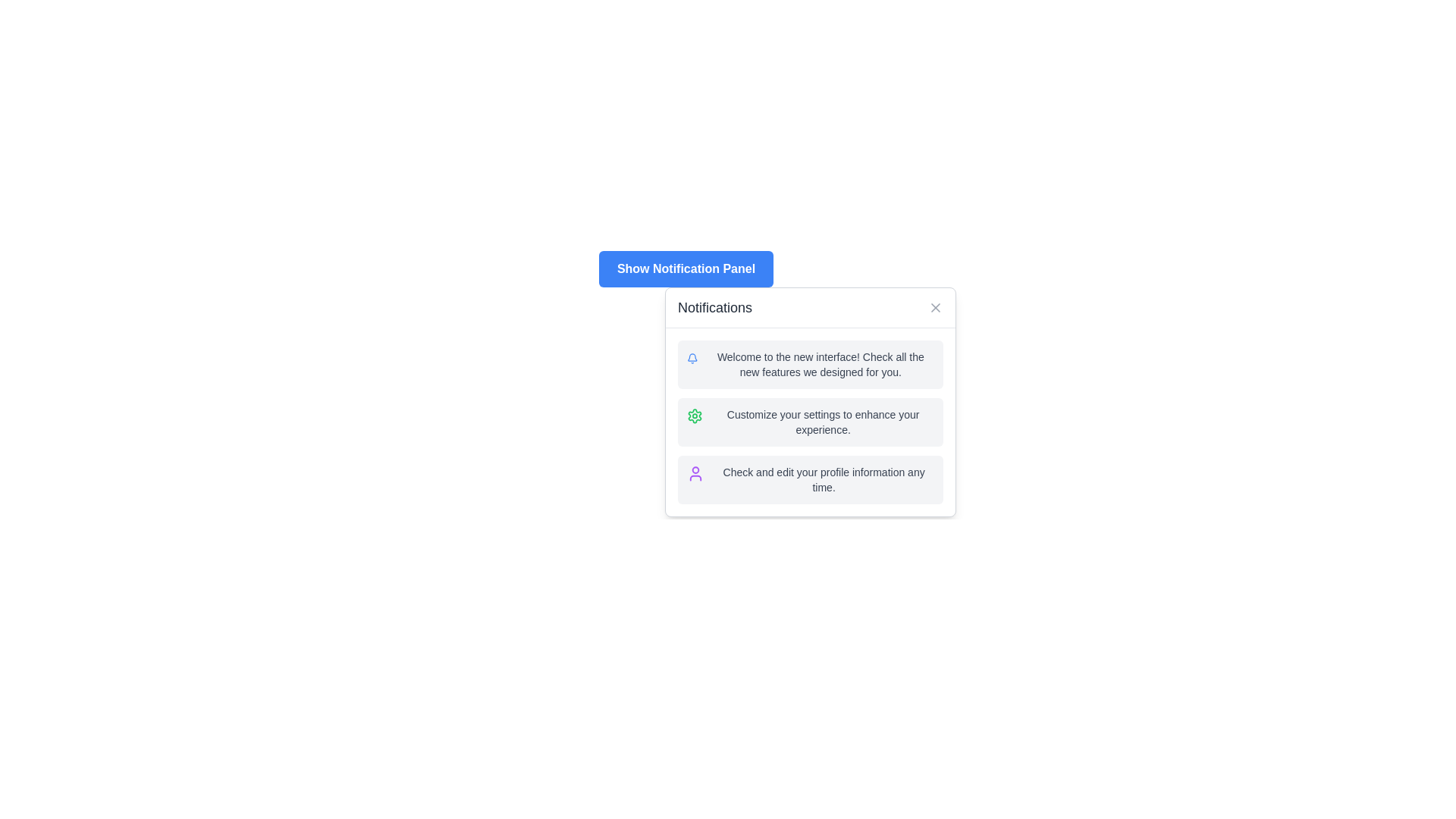 The image size is (1456, 819). Describe the element at coordinates (934, 307) in the screenshot. I see `the 'X'-shaped close button icon located in the top-right corner of the notification card` at that location.